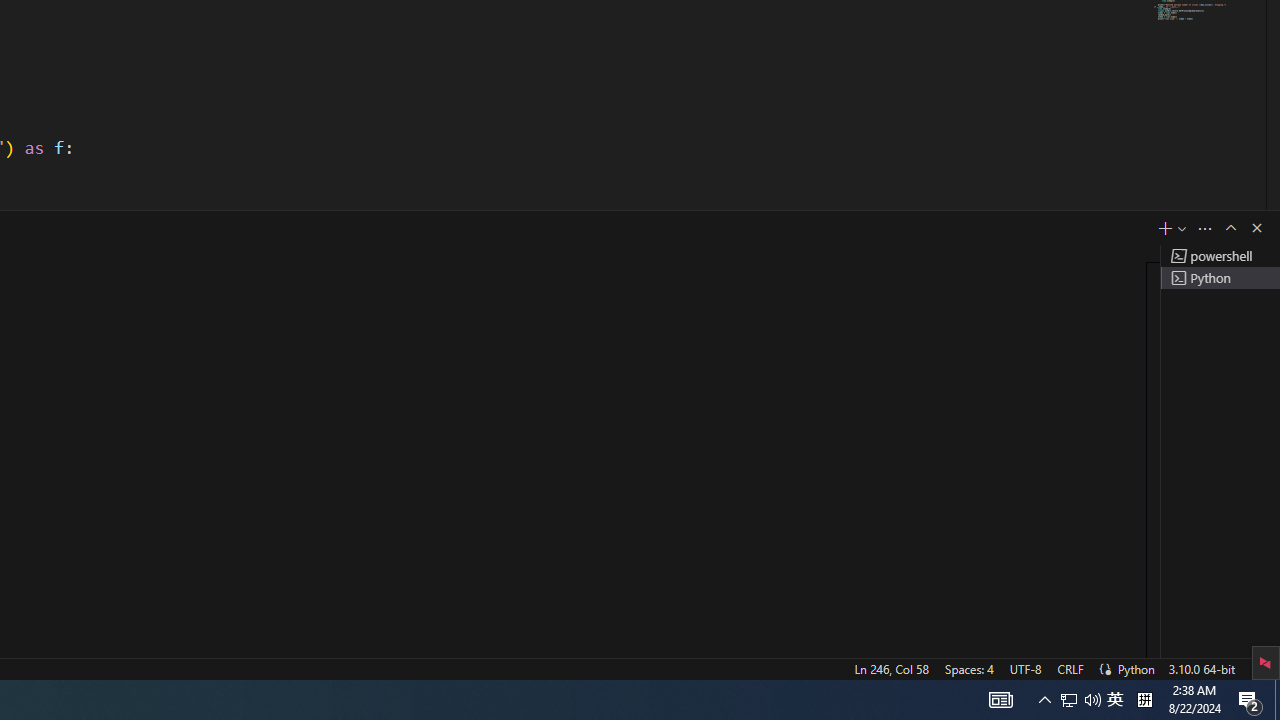 The image size is (1280, 720). What do you see at coordinates (1204, 227) in the screenshot?
I see `'Views and More Actions...'` at bounding box center [1204, 227].